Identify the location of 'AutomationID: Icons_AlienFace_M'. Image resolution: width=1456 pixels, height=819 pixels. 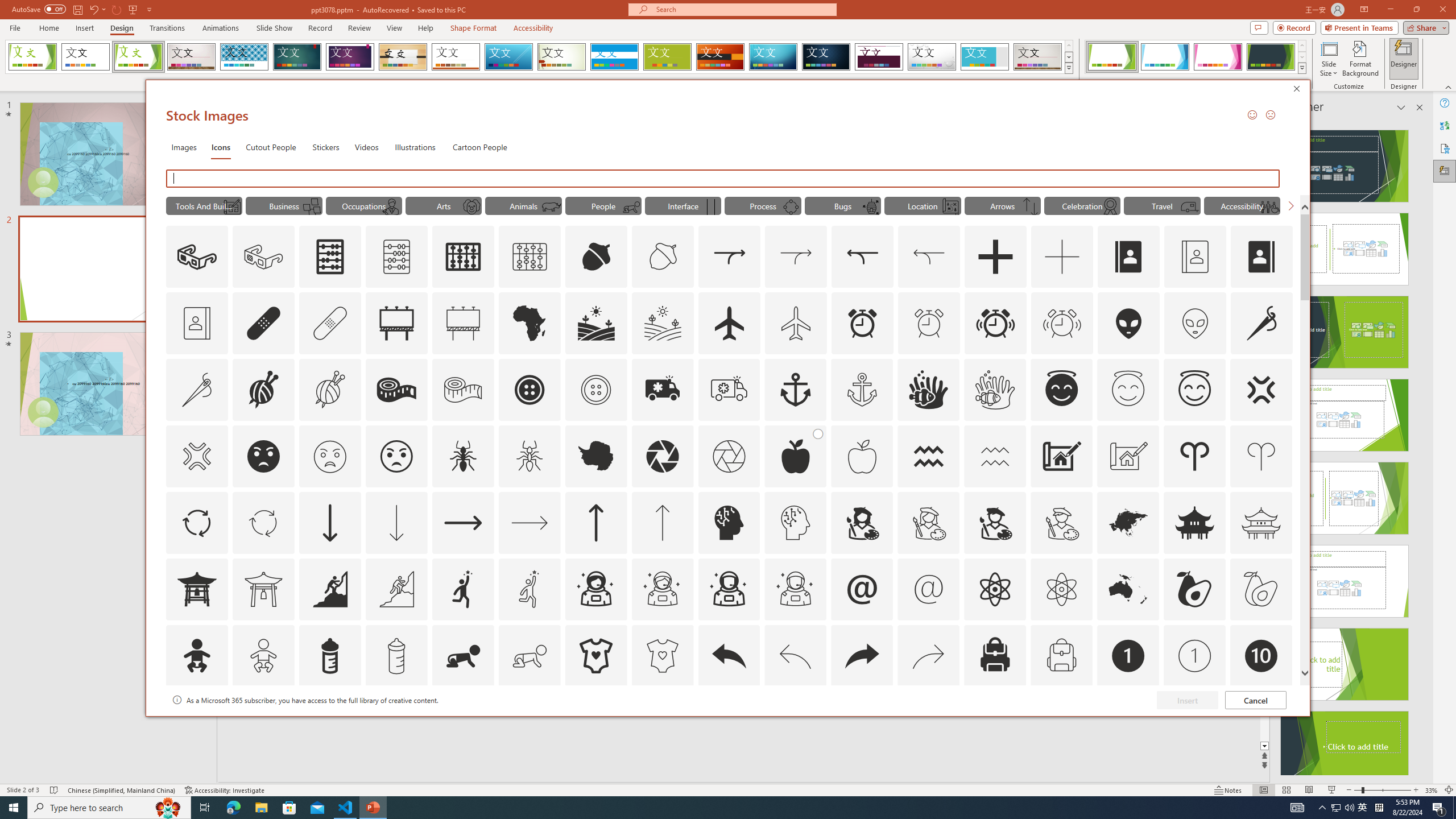
(1194, 322).